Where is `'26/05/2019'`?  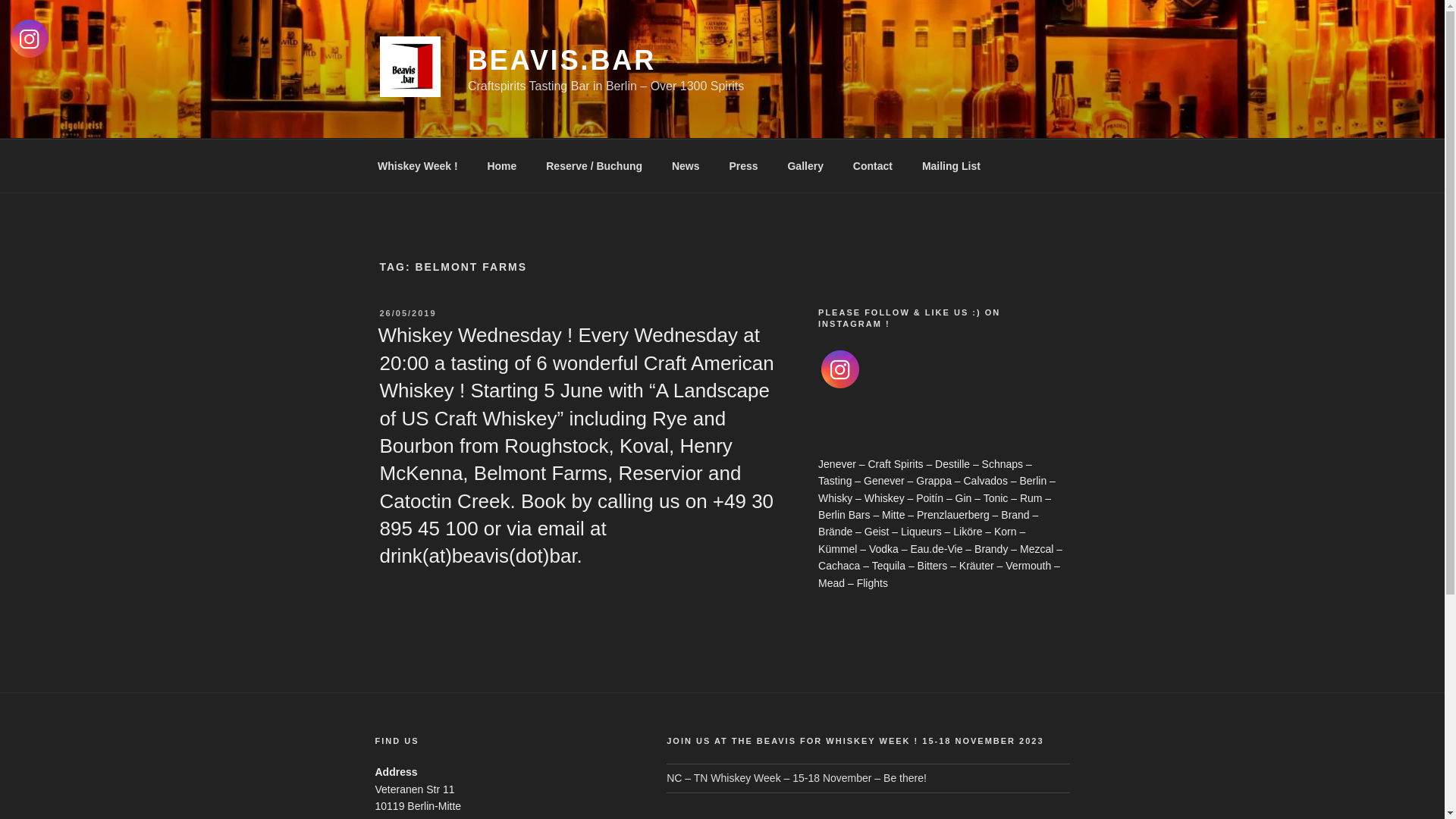 '26/05/2019' is located at coordinates (407, 312).